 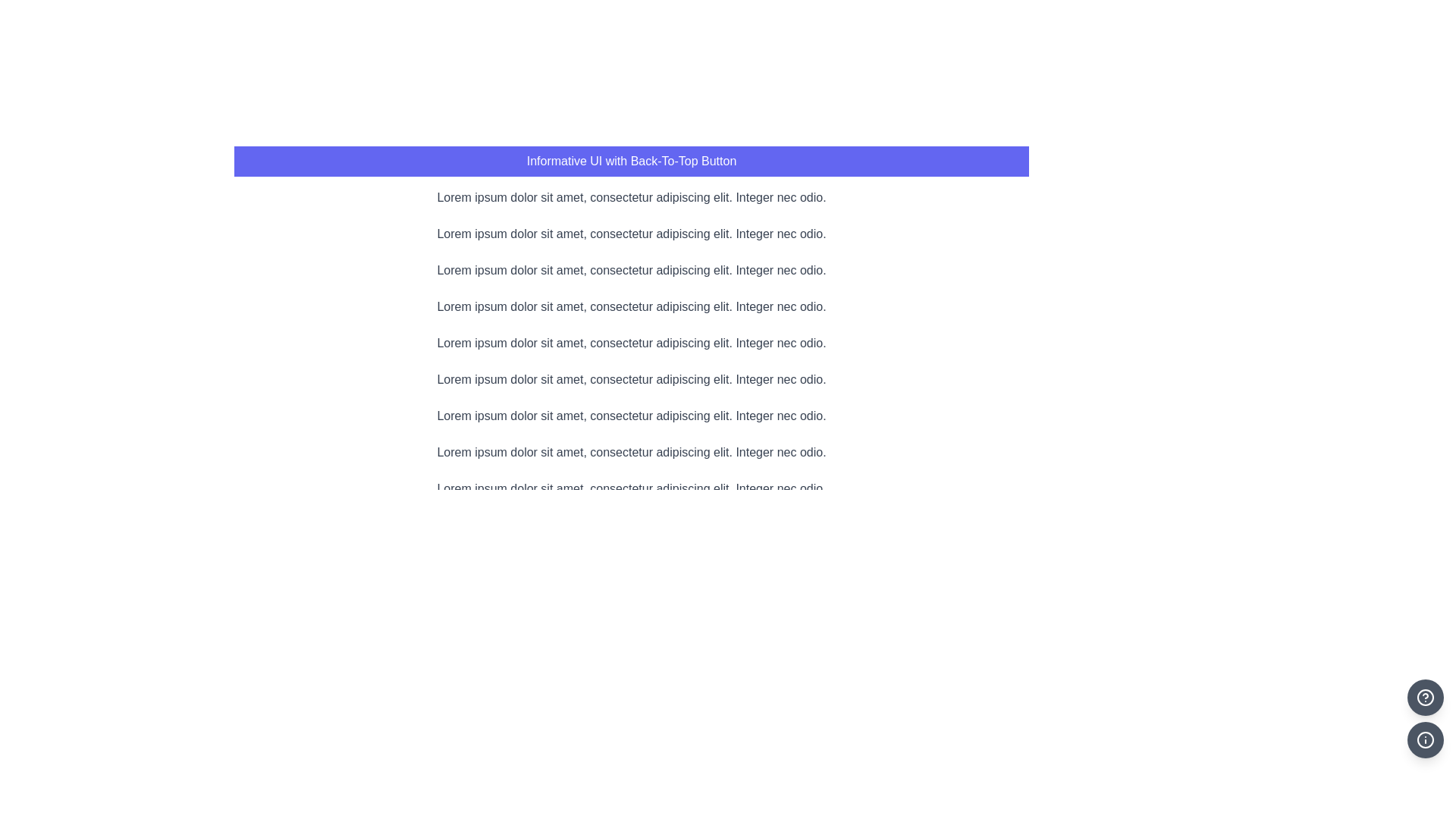 What do you see at coordinates (632, 161) in the screenshot?
I see `the textual header or banner at the top of the page` at bounding box center [632, 161].